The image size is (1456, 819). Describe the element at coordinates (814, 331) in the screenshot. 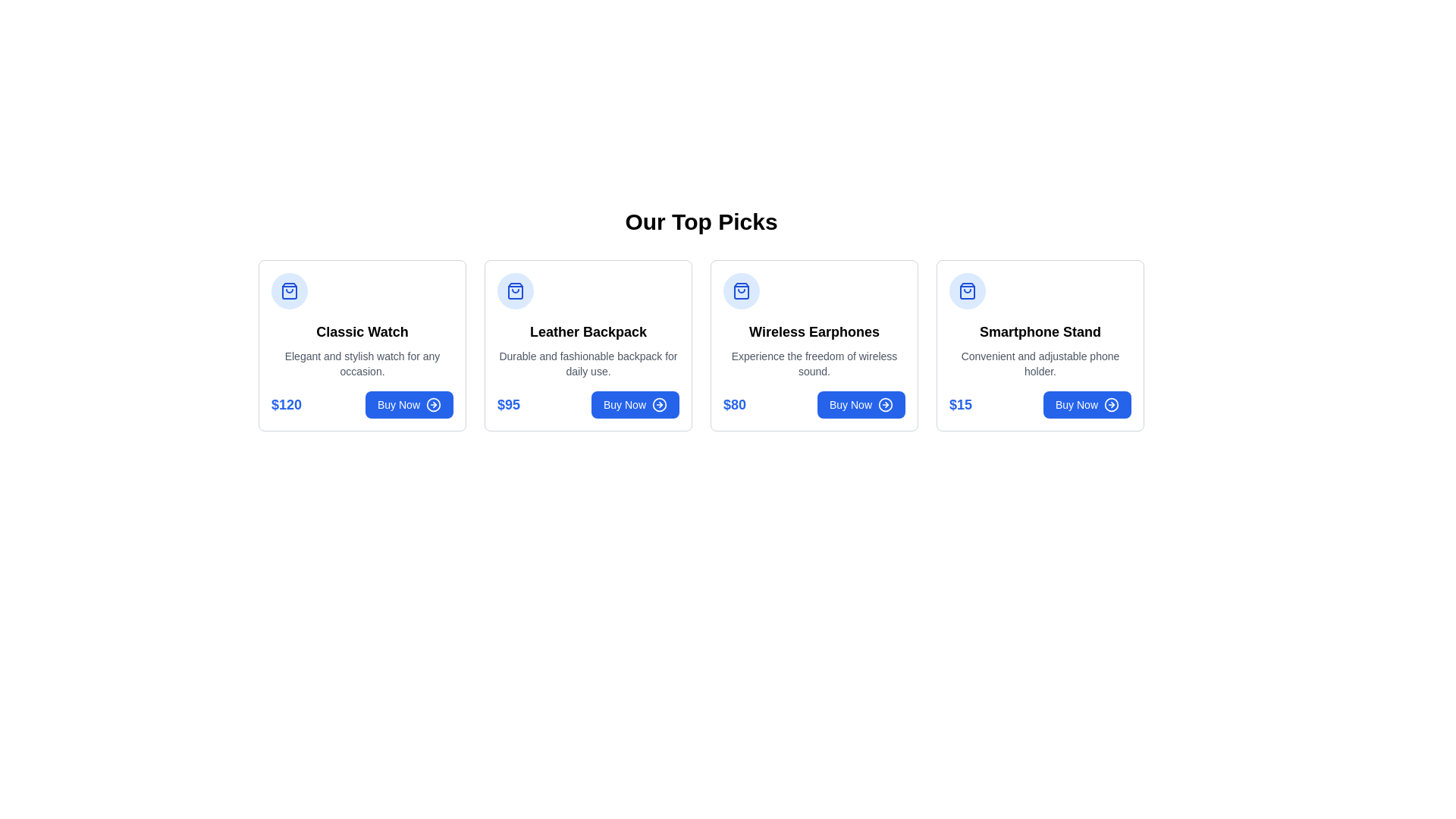

I see `the bold, black text label 'Wireless Earphones' if it is a hyperlink, located in the third card from the left in a grid layout of product recommendations` at that location.